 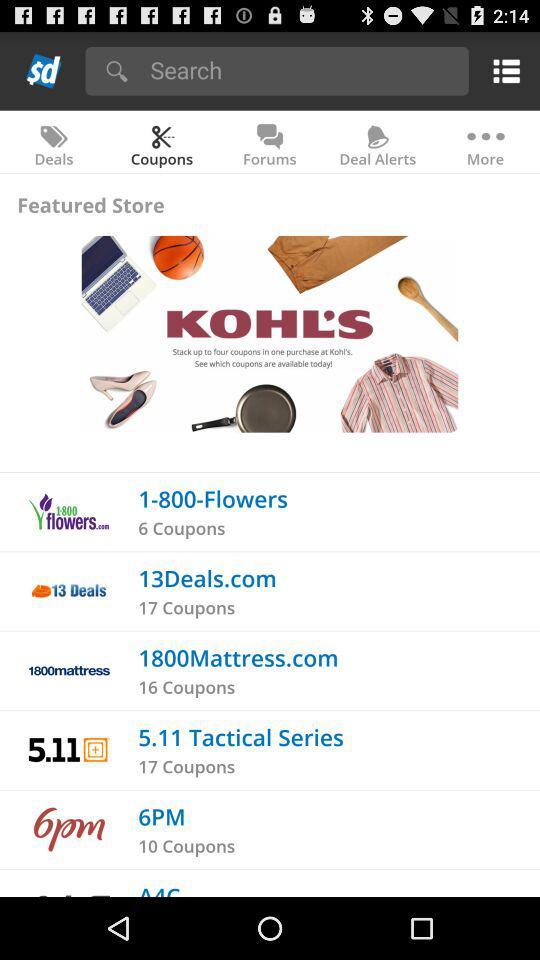 What do you see at coordinates (502, 70) in the screenshot?
I see `open the menu option` at bounding box center [502, 70].